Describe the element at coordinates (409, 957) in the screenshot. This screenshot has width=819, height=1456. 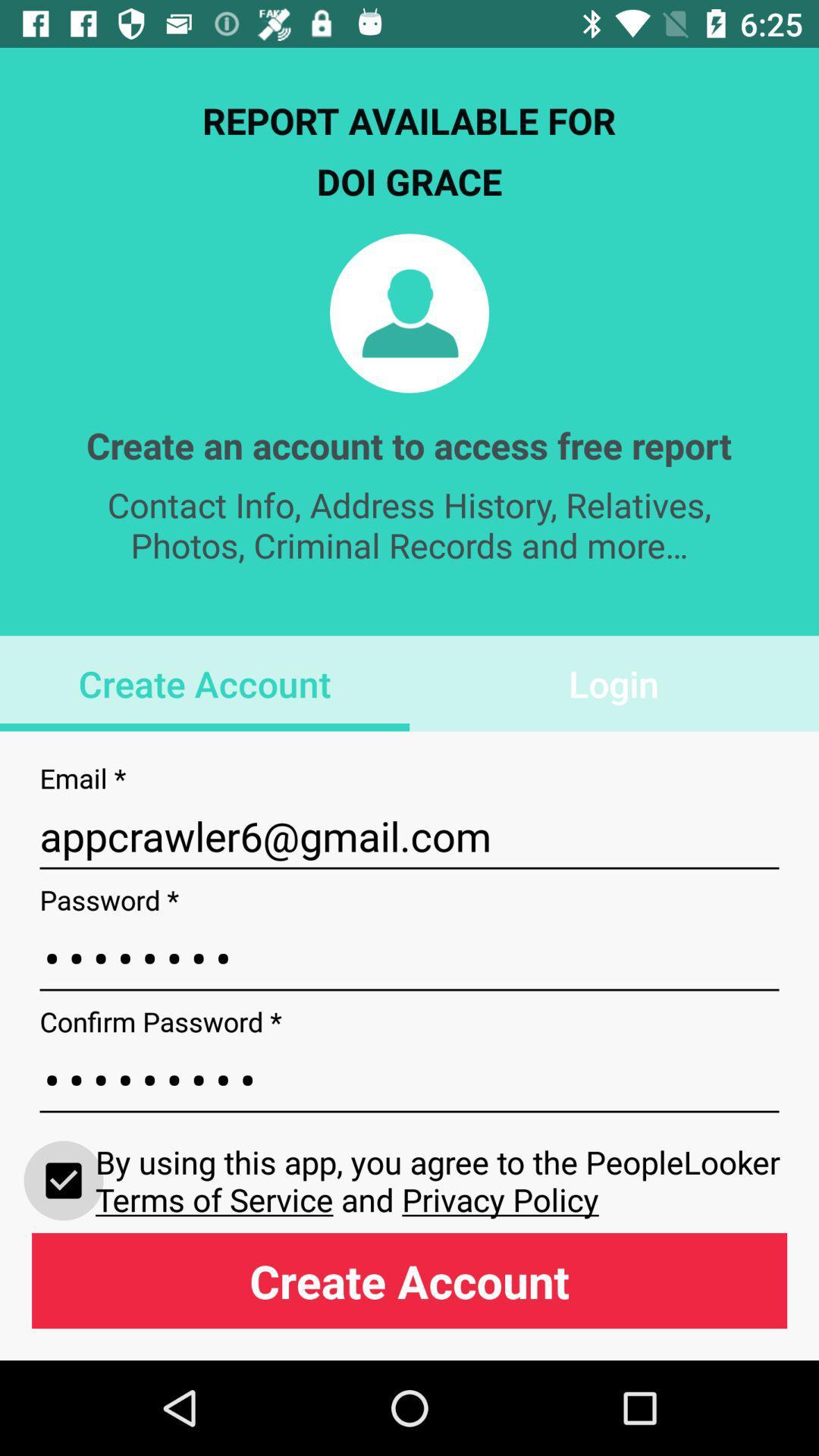
I see `icon above crowd3116` at that location.